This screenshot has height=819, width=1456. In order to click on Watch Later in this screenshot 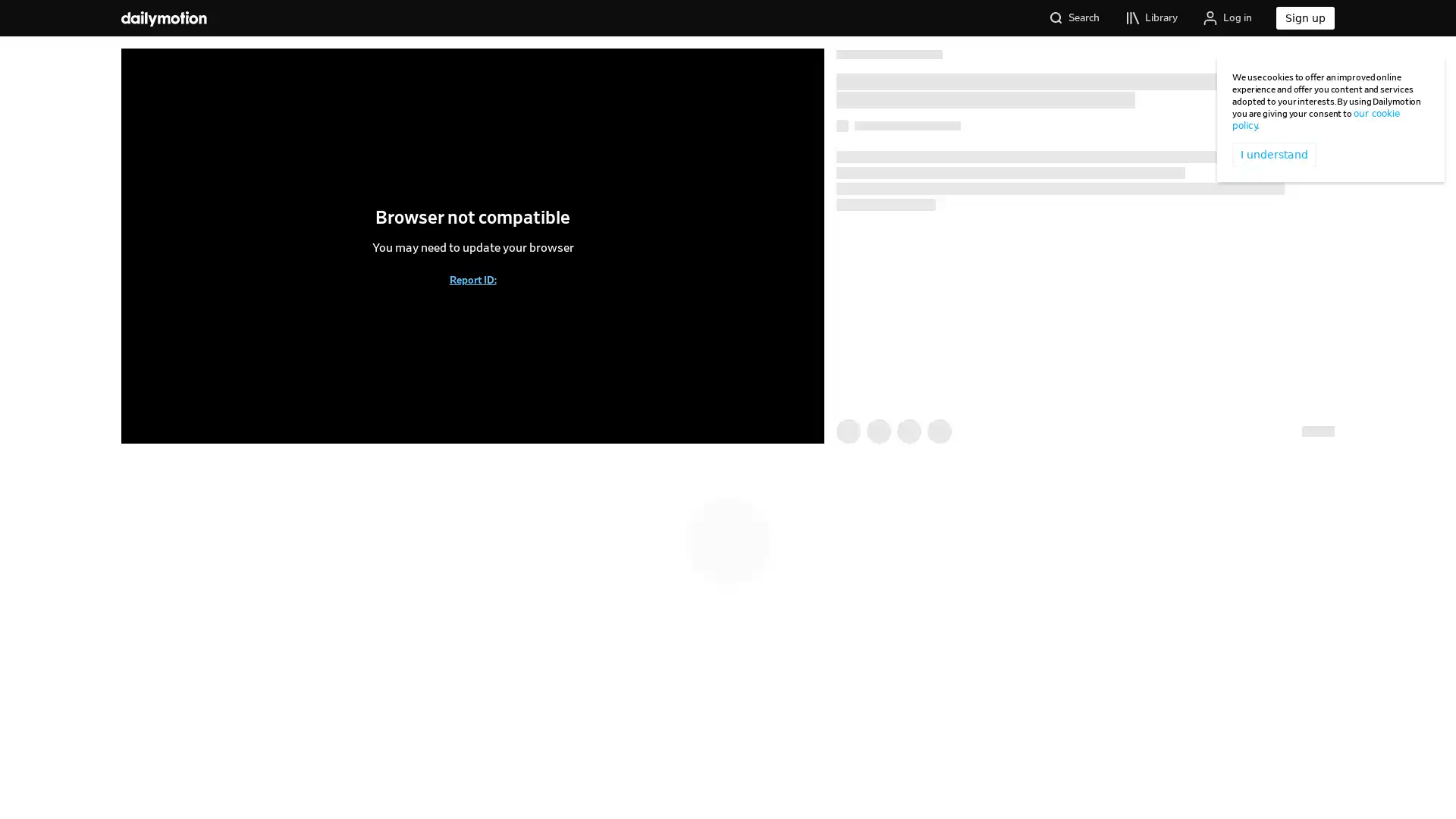, I will do `click(877, 383)`.